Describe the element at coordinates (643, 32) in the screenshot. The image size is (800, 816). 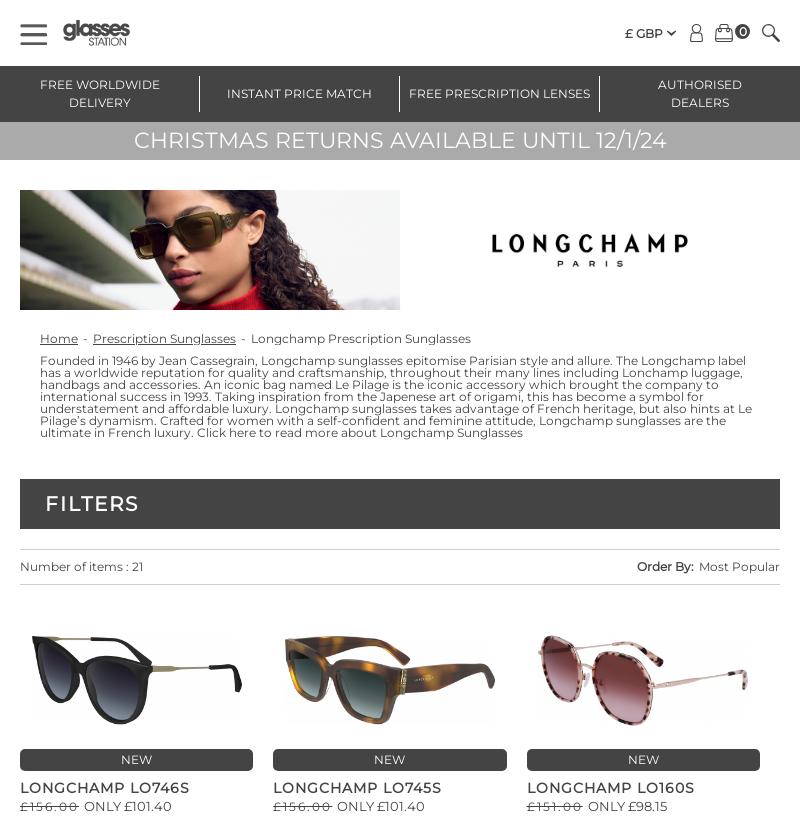
I see `'£ GBP'` at that location.